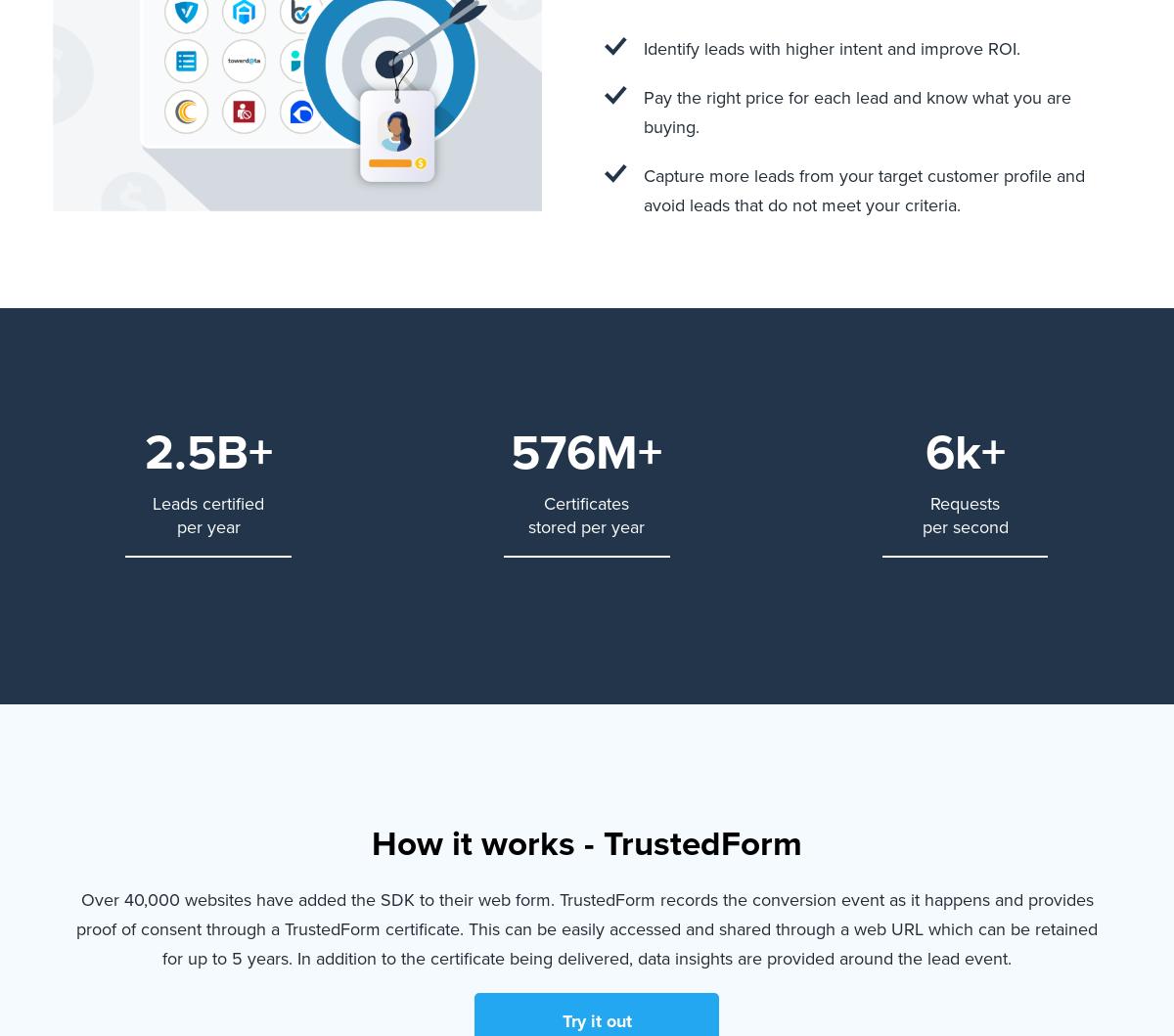 This screenshot has height=1036, width=1174. I want to click on 'per year', so click(206, 524).